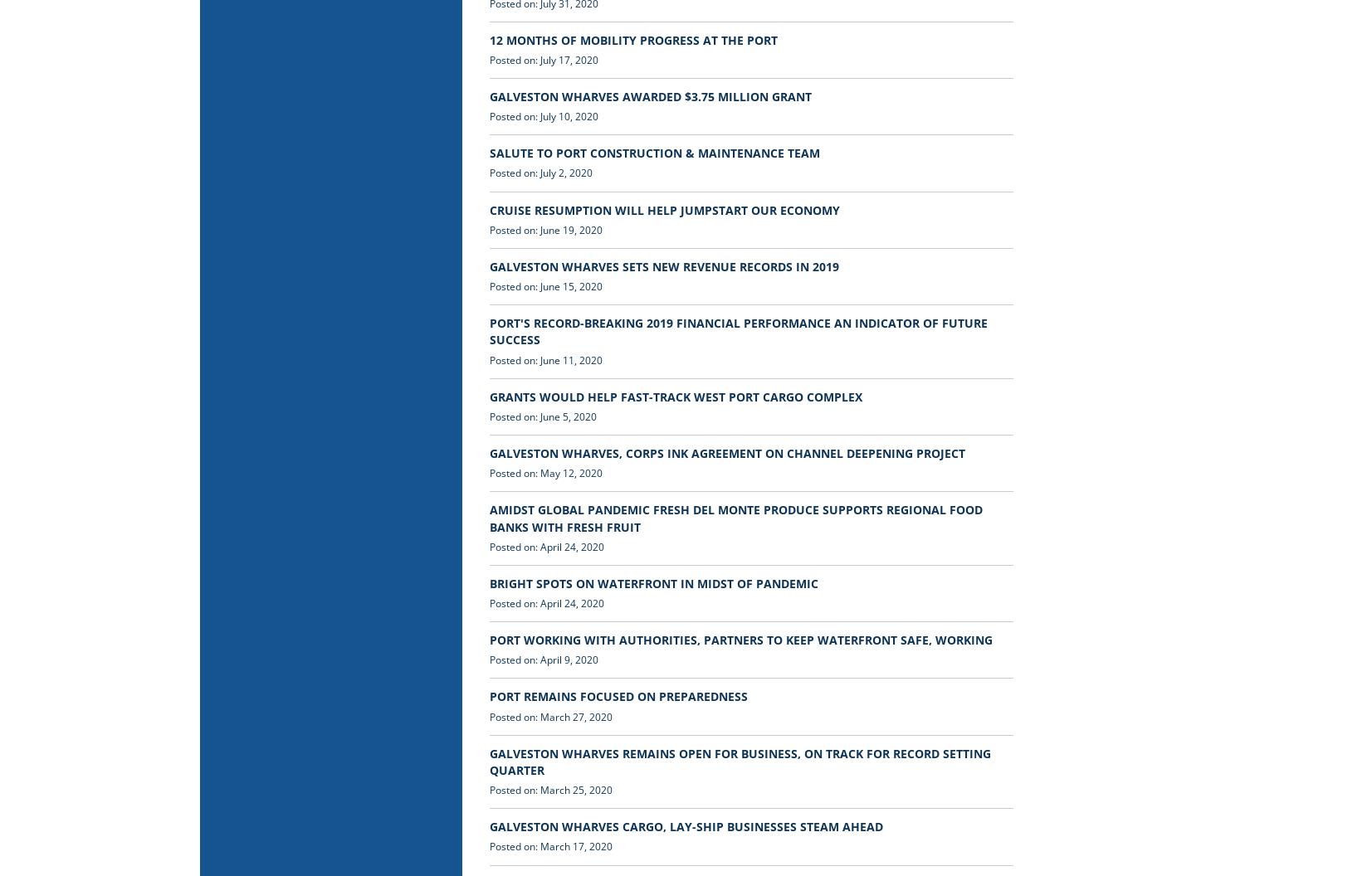 Image resolution: width=1372 pixels, height=876 pixels. What do you see at coordinates (545, 359) in the screenshot?
I see `'Posted on: June 11, 2020'` at bounding box center [545, 359].